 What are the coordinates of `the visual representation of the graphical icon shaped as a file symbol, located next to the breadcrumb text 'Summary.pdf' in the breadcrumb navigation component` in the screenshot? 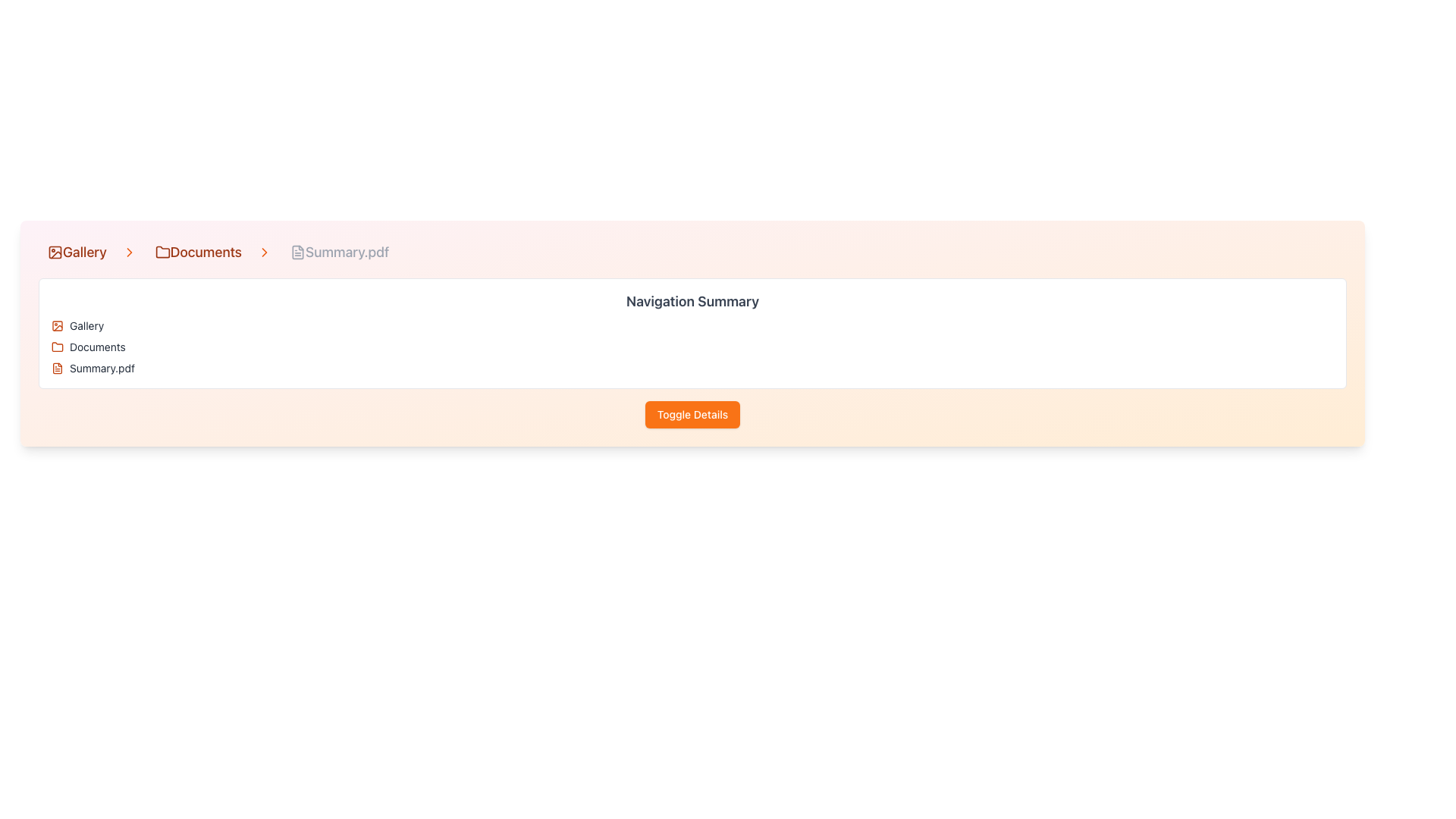 It's located at (298, 251).